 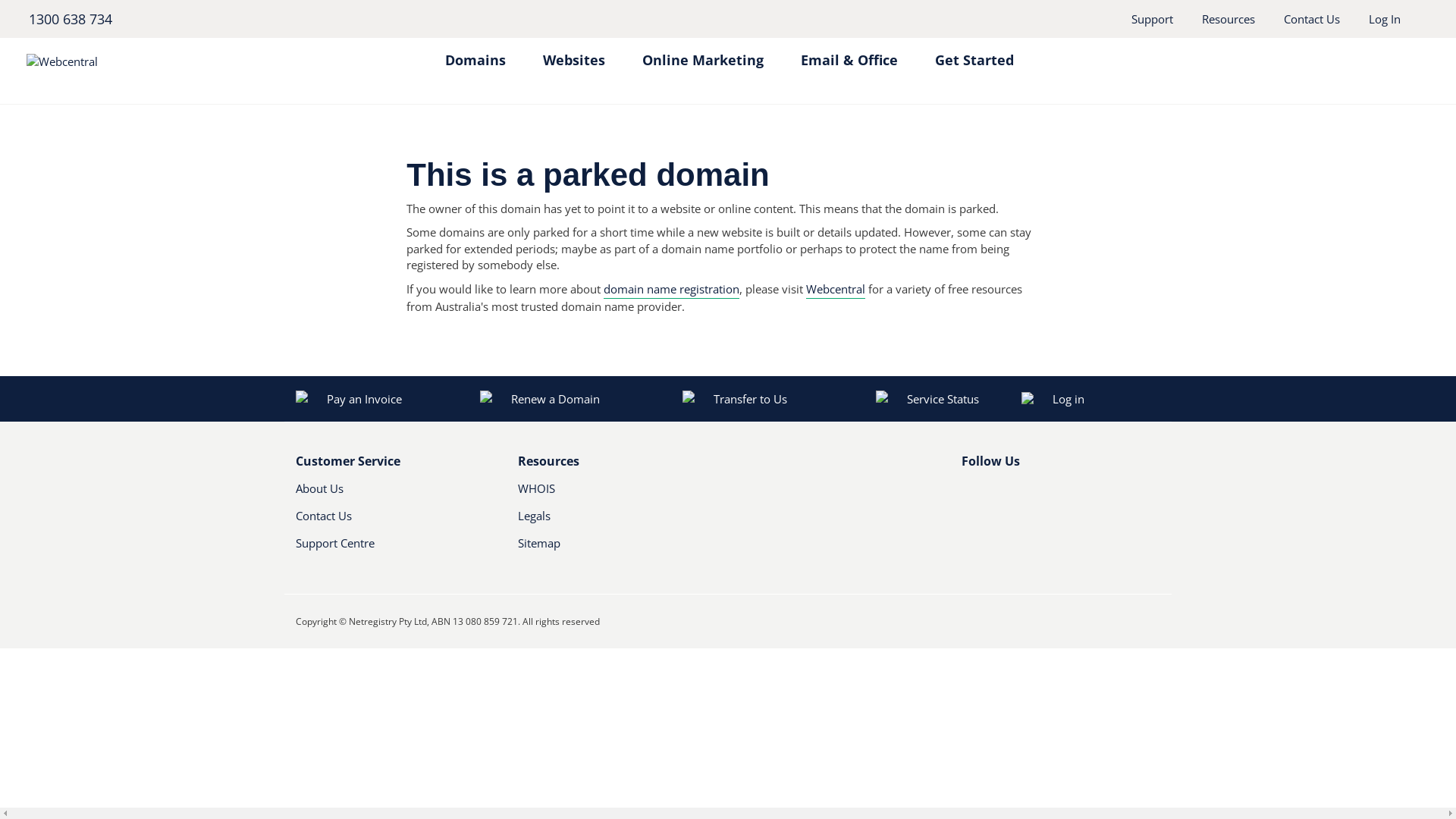 What do you see at coordinates (971, 494) in the screenshot?
I see `'Facebook'` at bounding box center [971, 494].